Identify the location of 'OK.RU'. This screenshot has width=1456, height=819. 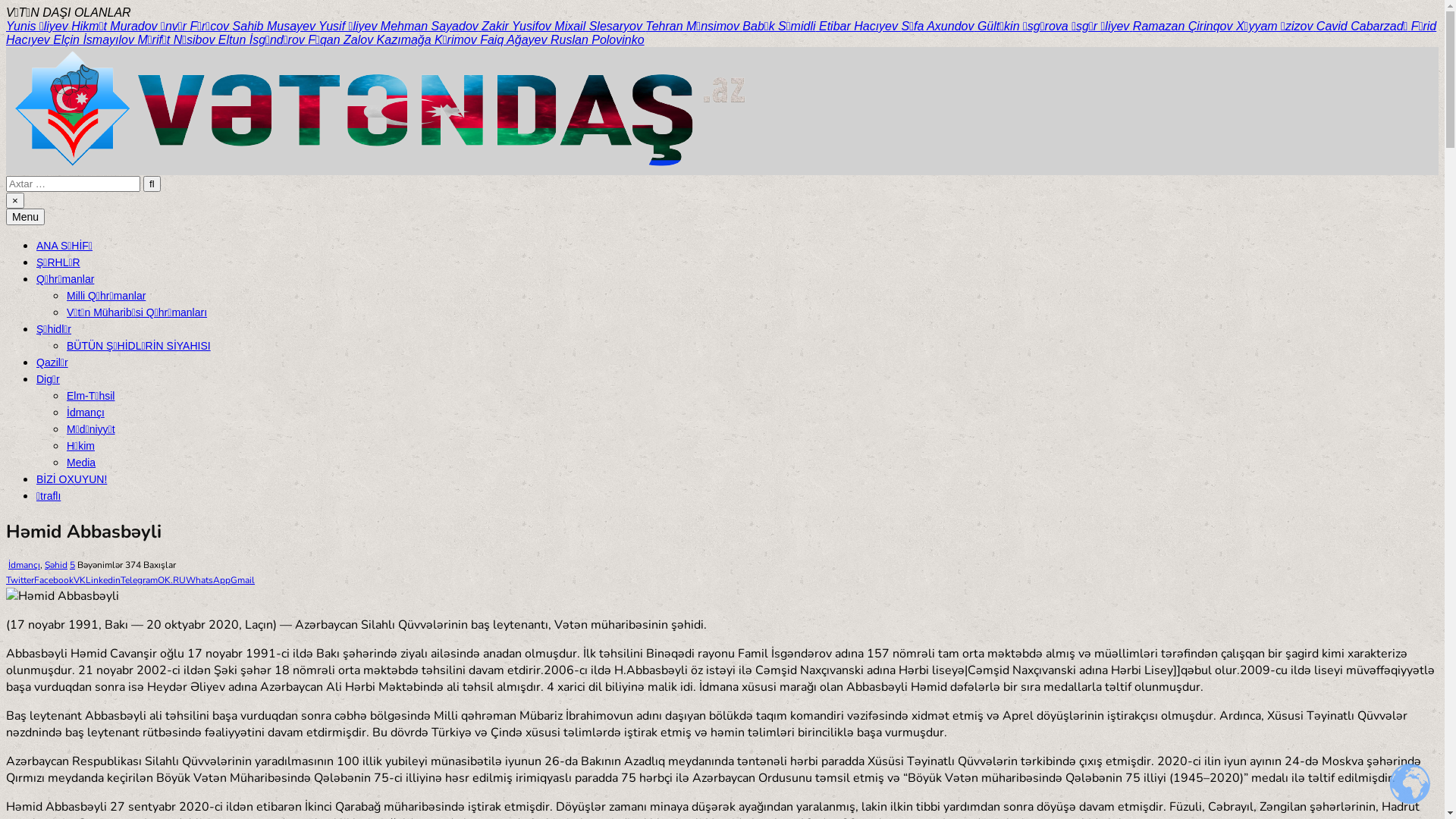
(157, 579).